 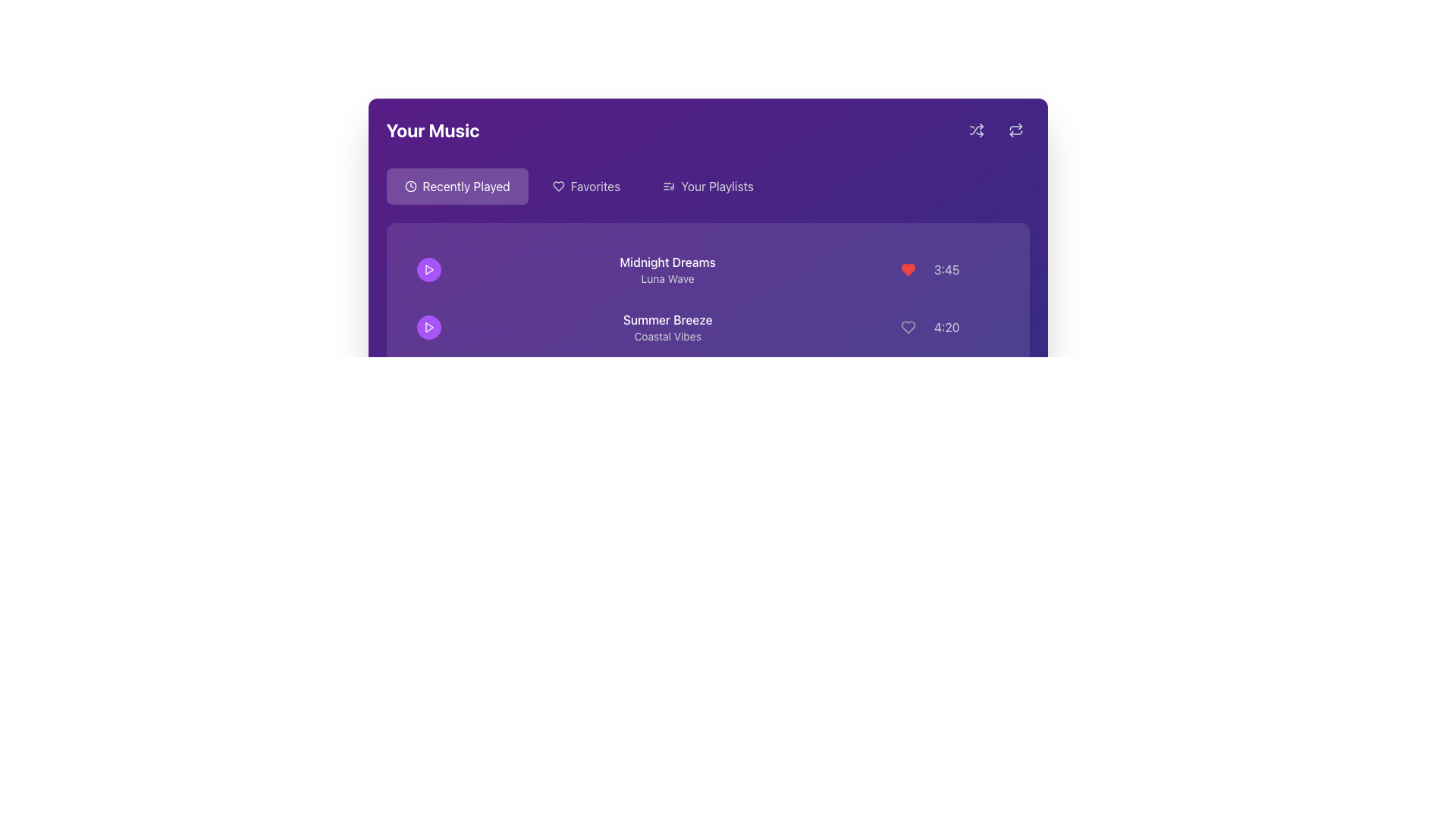 I want to click on the triangular play button icon located within the circular purple button next to the 'Summer Breeze' track entry, so click(x=428, y=327).